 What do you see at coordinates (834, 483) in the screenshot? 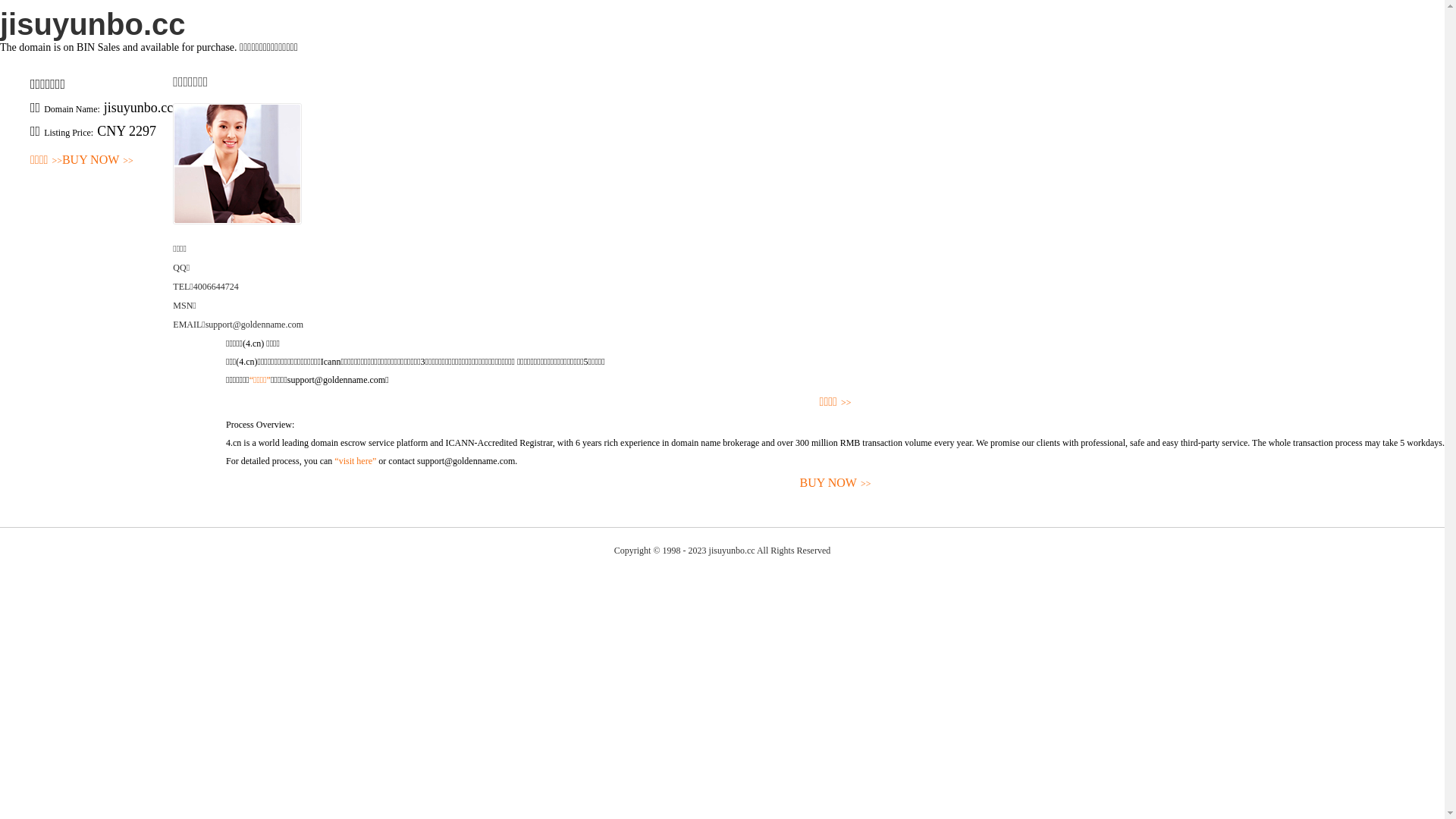
I see `'BUY NOW>>'` at bounding box center [834, 483].